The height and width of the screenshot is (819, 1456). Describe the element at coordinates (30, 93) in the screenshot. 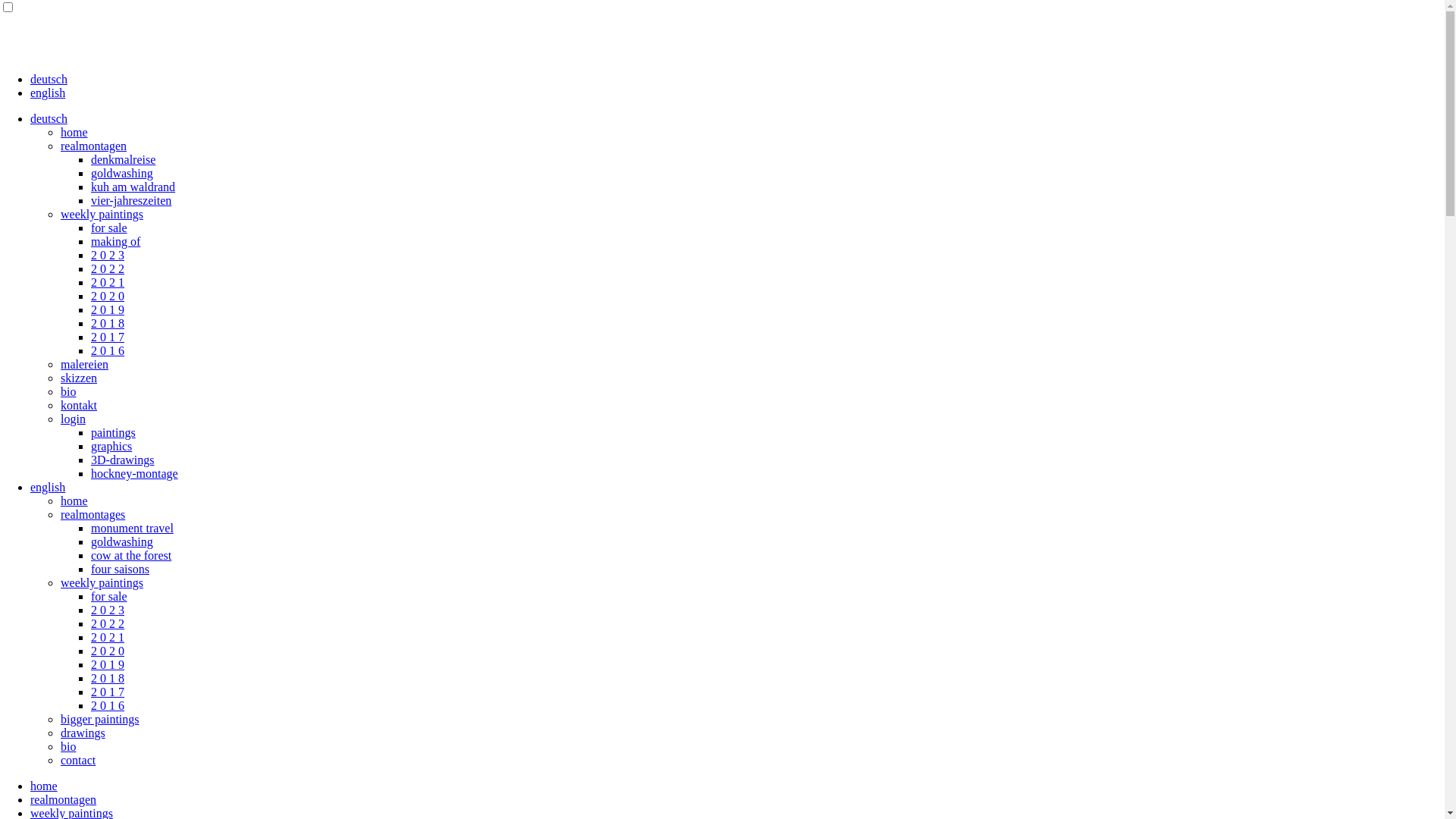

I see `'english'` at that location.